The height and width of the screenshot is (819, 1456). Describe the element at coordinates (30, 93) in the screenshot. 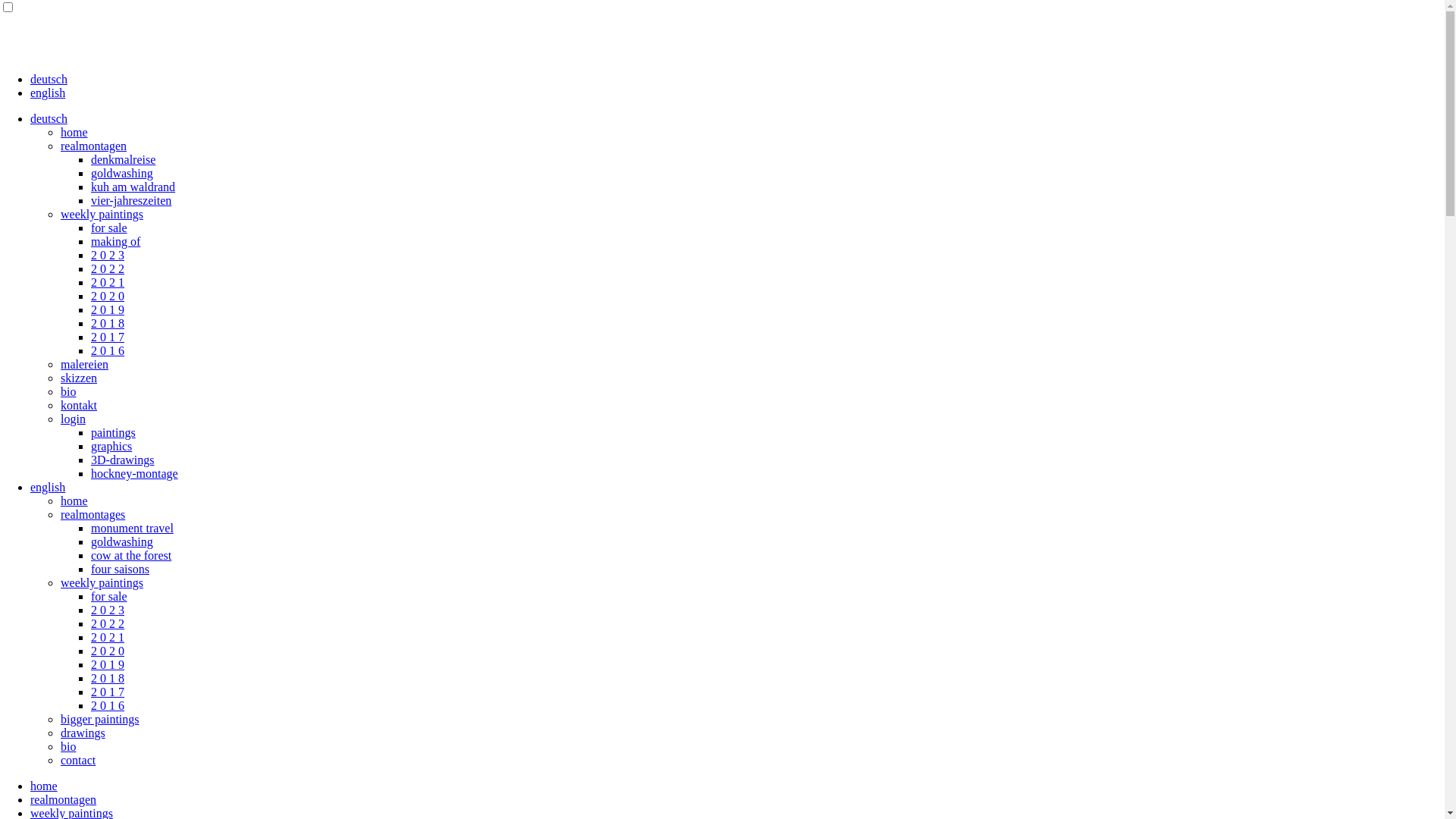

I see `'english'` at that location.